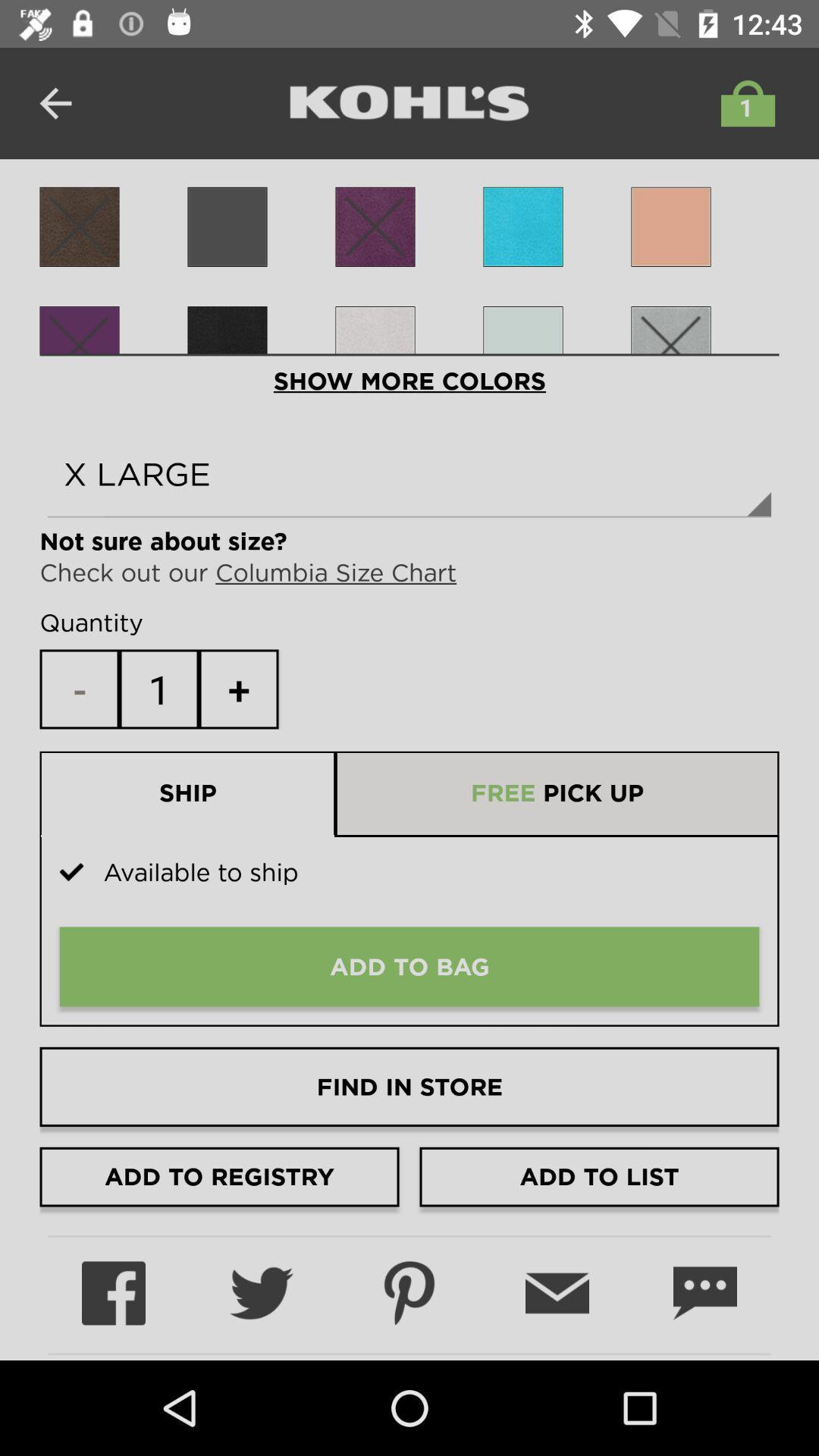 The height and width of the screenshot is (1456, 819). I want to click on the twitter icon, so click(260, 1292).